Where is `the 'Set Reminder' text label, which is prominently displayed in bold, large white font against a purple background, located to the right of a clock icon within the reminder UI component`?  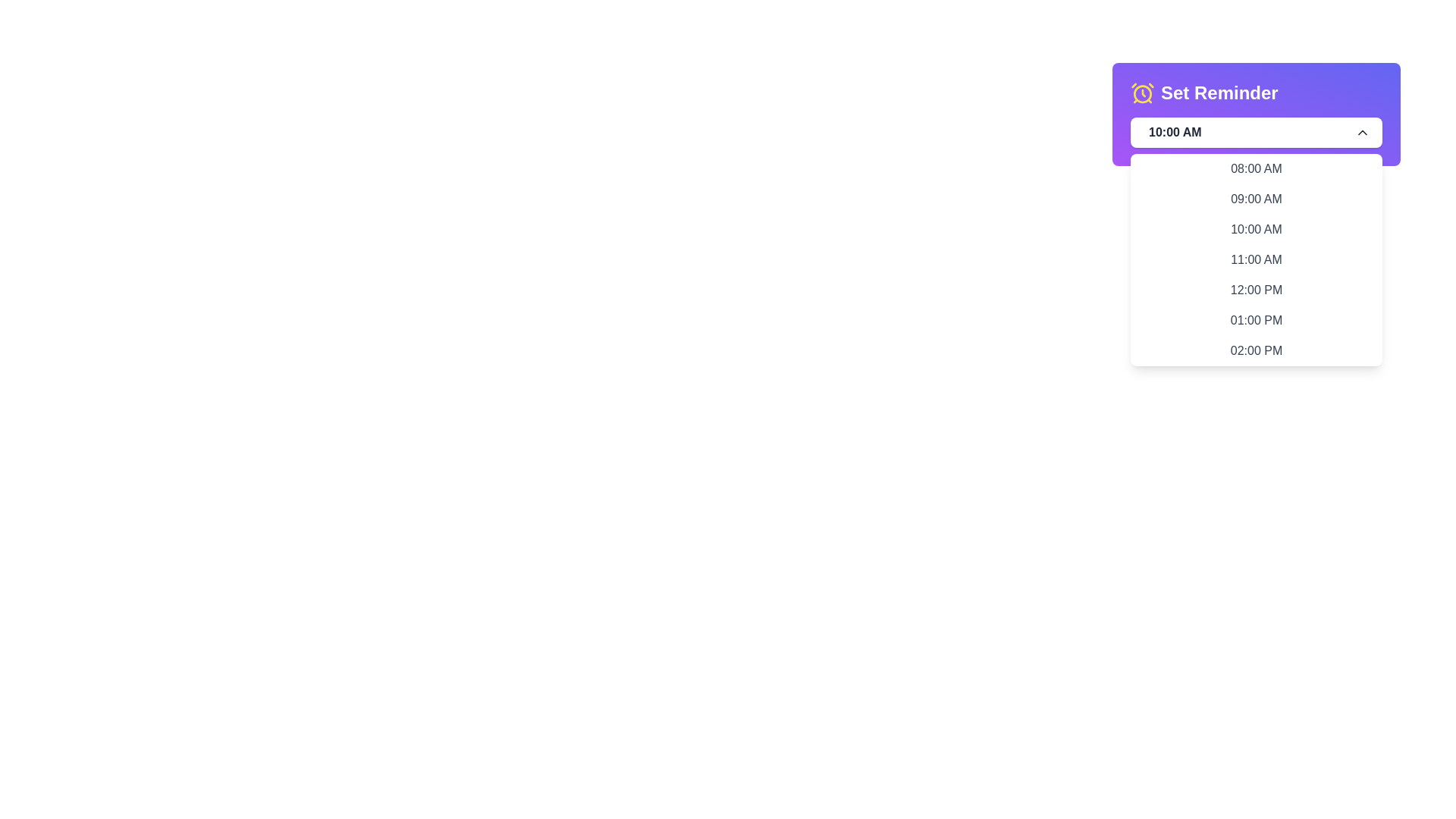 the 'Set Reminder' text label, which is prominently displayed in bold, large white font against a purple background, located to the right of a clock icon within the reminder UI component is located at coordinates (1219, 93).